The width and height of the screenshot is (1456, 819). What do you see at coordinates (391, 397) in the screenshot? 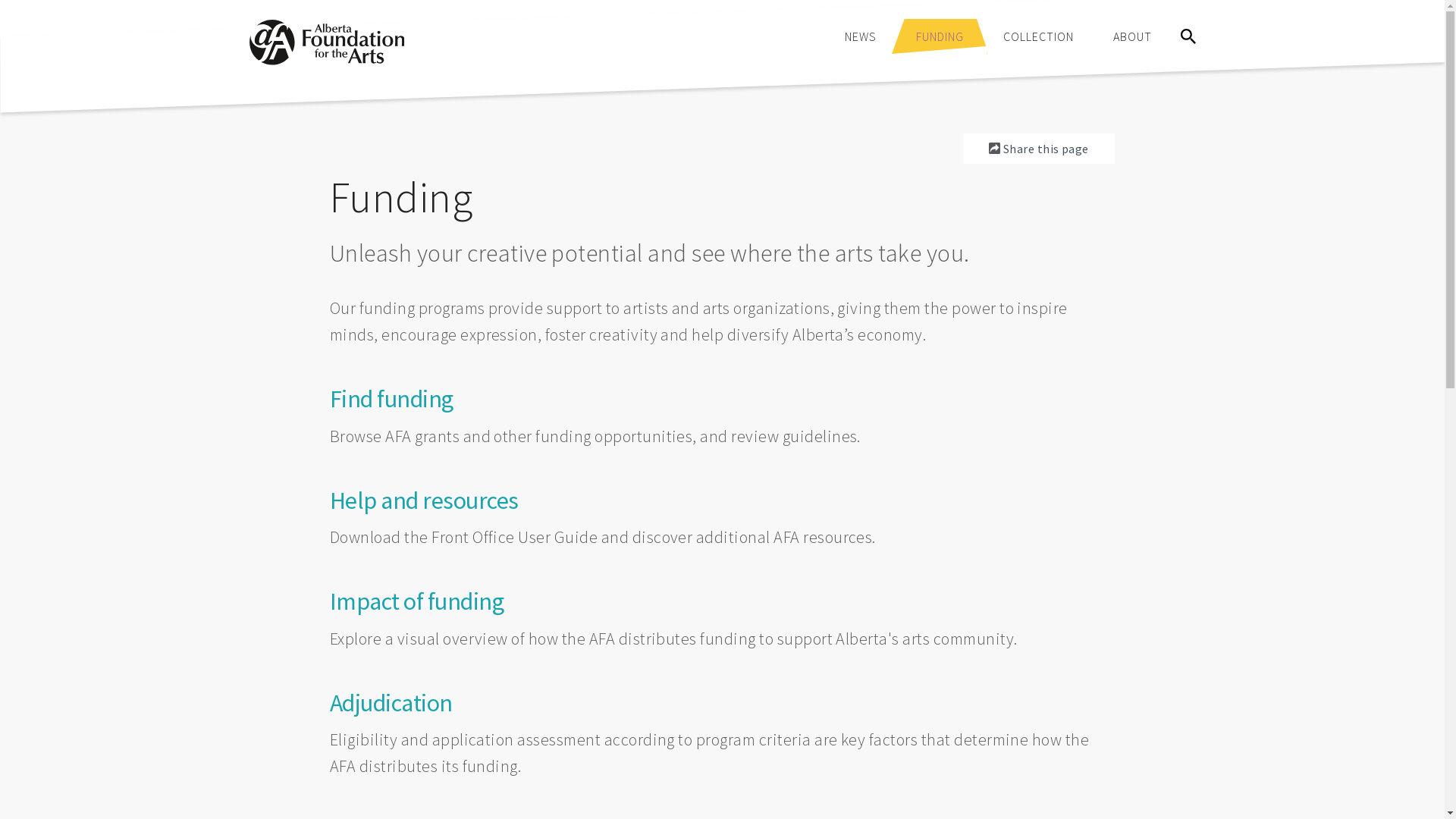
I see `'Find funding'` at bounding box center [391, 397].